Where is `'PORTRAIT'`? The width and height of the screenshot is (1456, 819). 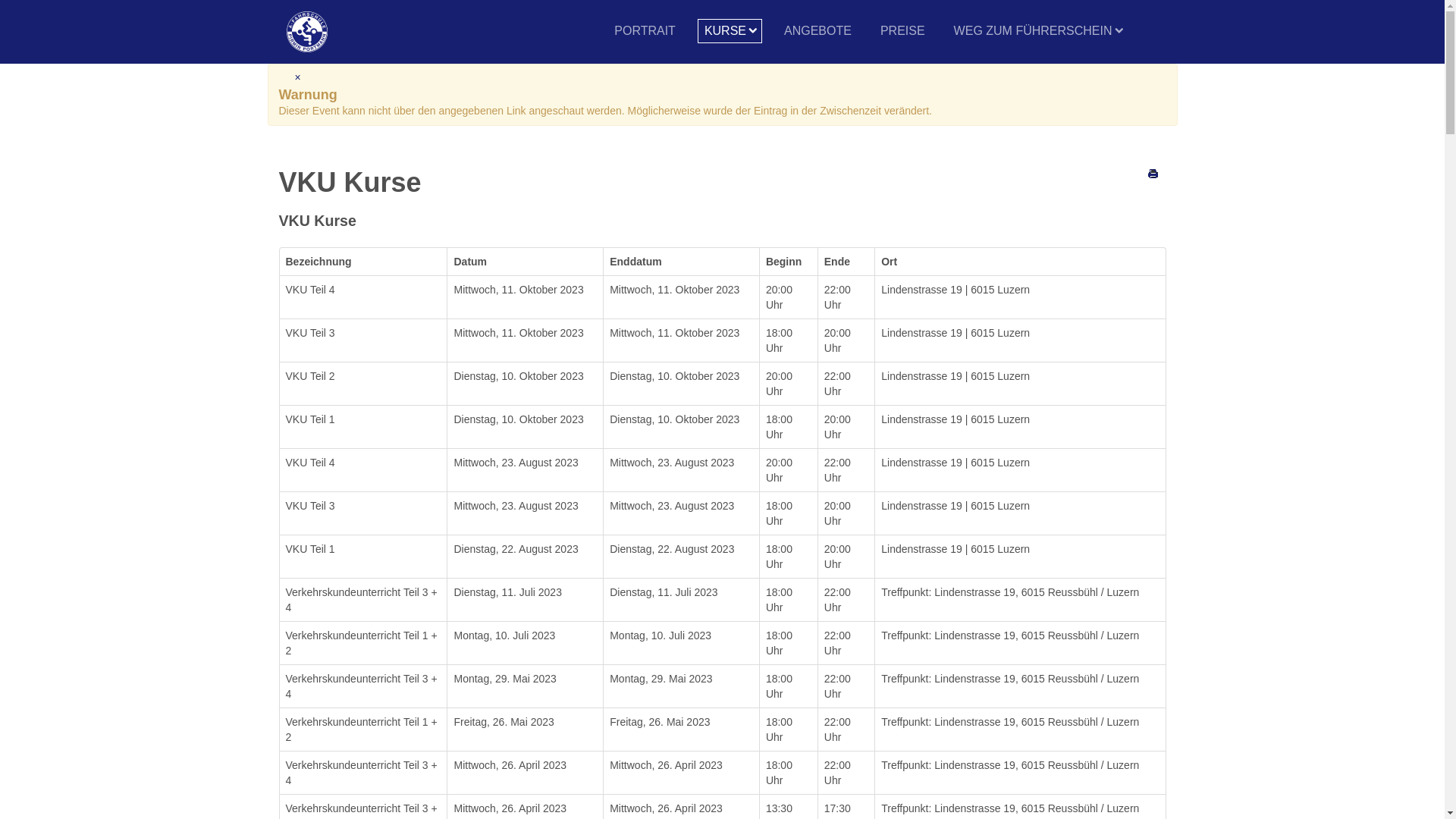
'PORTRAIT' is located at coordinates (607, 31).